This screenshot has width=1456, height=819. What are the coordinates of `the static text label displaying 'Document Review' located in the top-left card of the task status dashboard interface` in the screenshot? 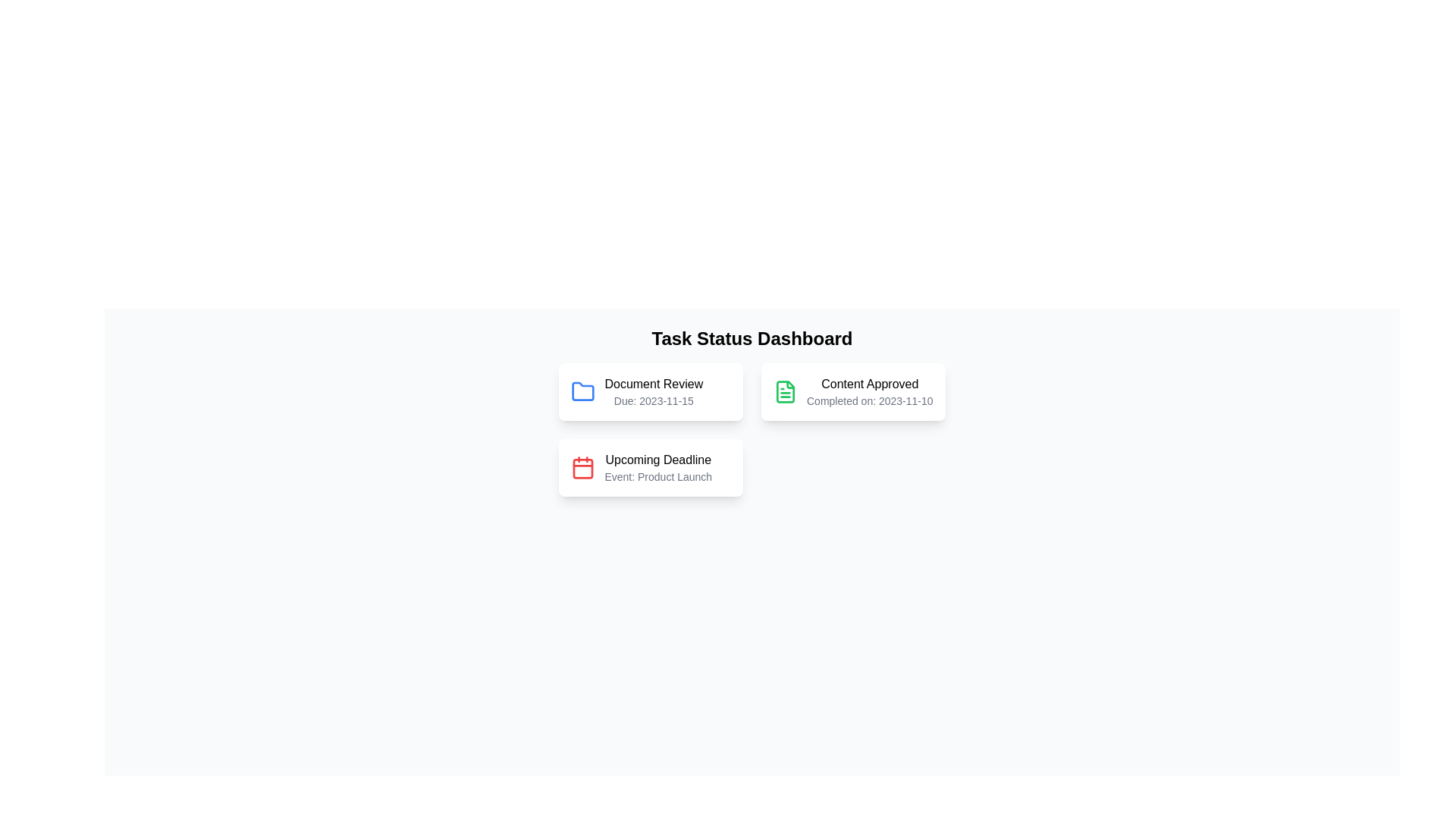 It's located at (654, 383).